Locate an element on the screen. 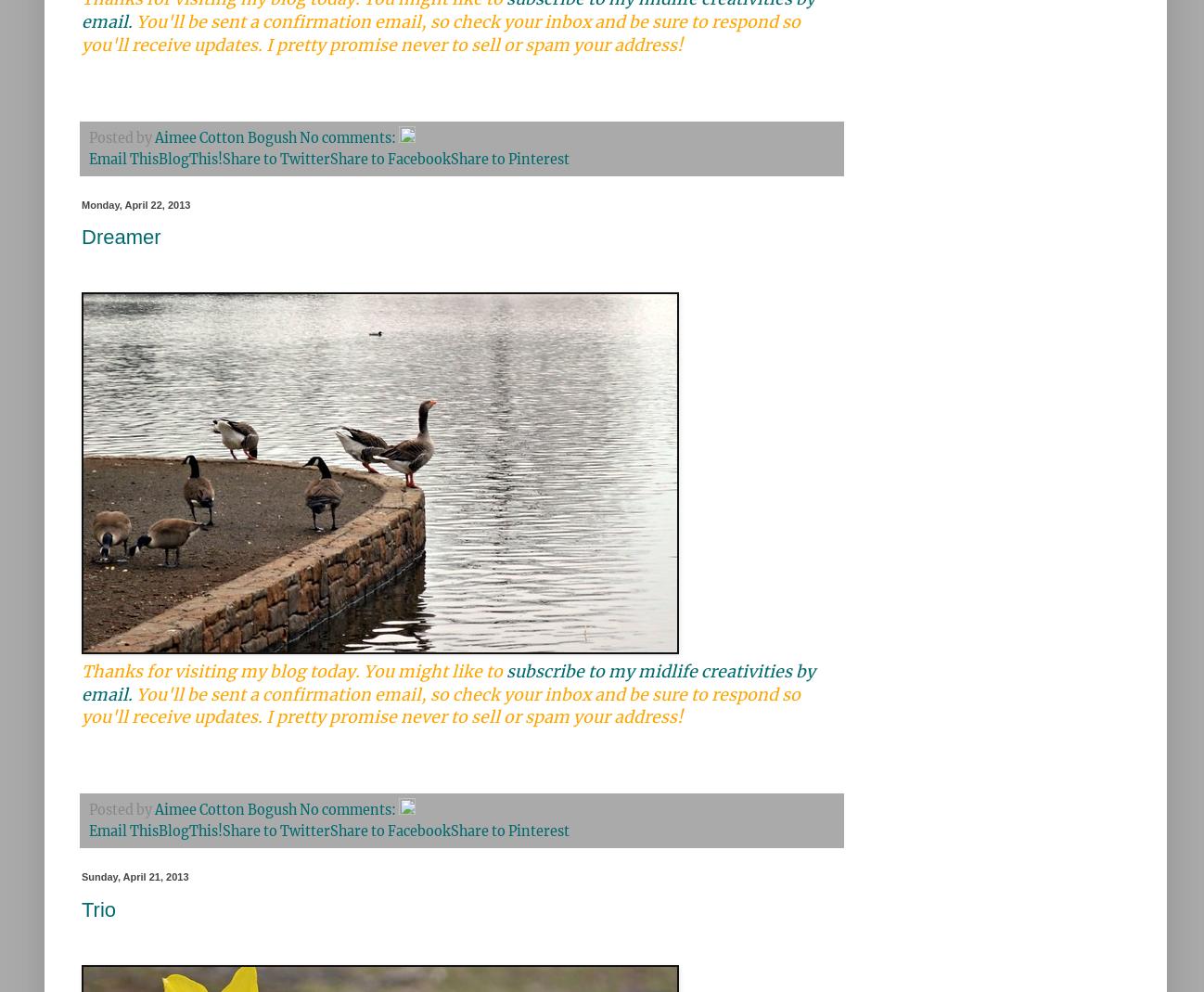  'Thanks for visiting my blog today.  You might like to' is located at coordinates (292, 671).